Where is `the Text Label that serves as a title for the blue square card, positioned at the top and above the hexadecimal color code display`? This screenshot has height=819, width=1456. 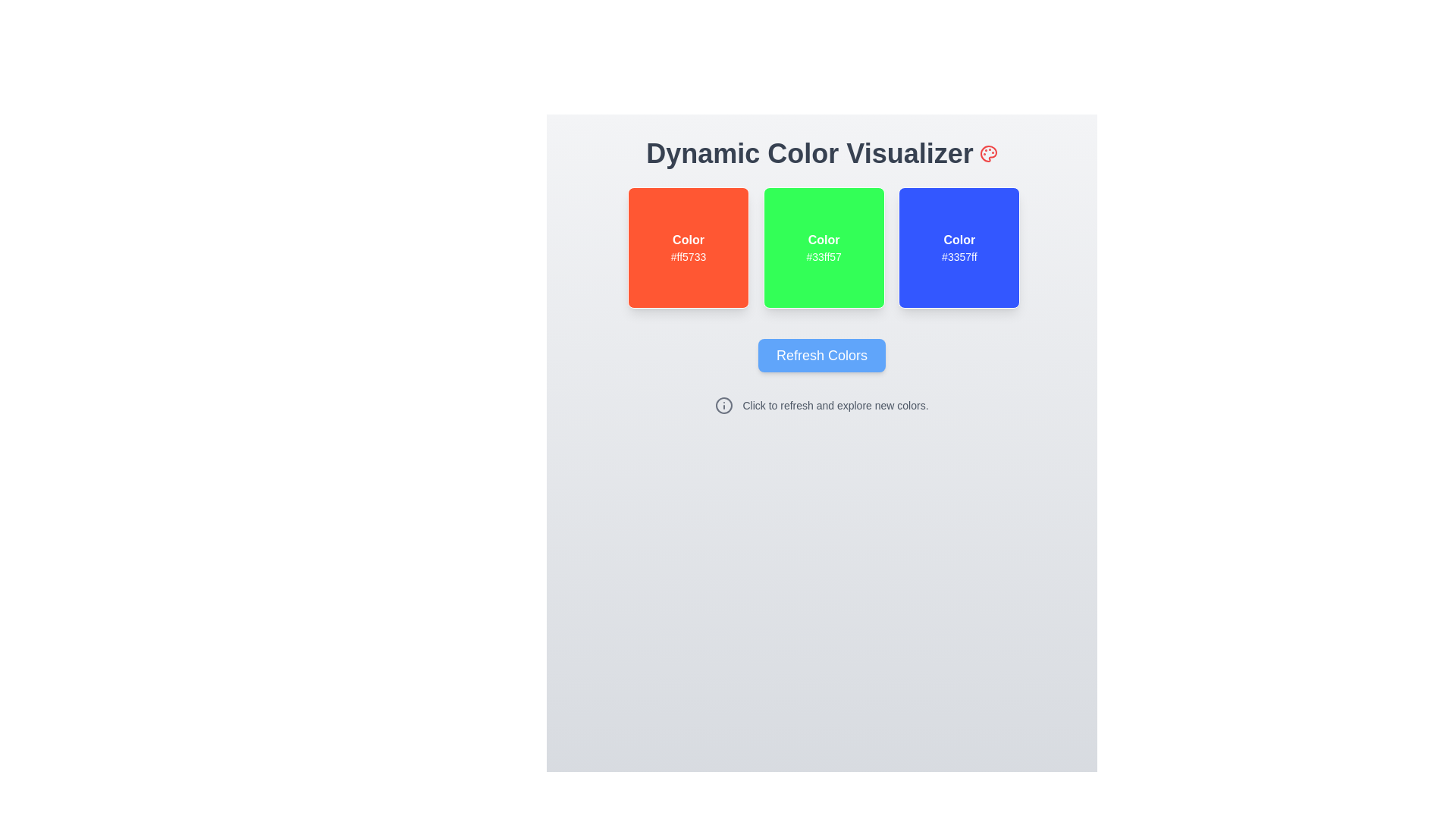 the Text Label that serves as a title for the blue square card, positioned at the top and above the hexadecimal color code display is located at coordinates (959, 239).